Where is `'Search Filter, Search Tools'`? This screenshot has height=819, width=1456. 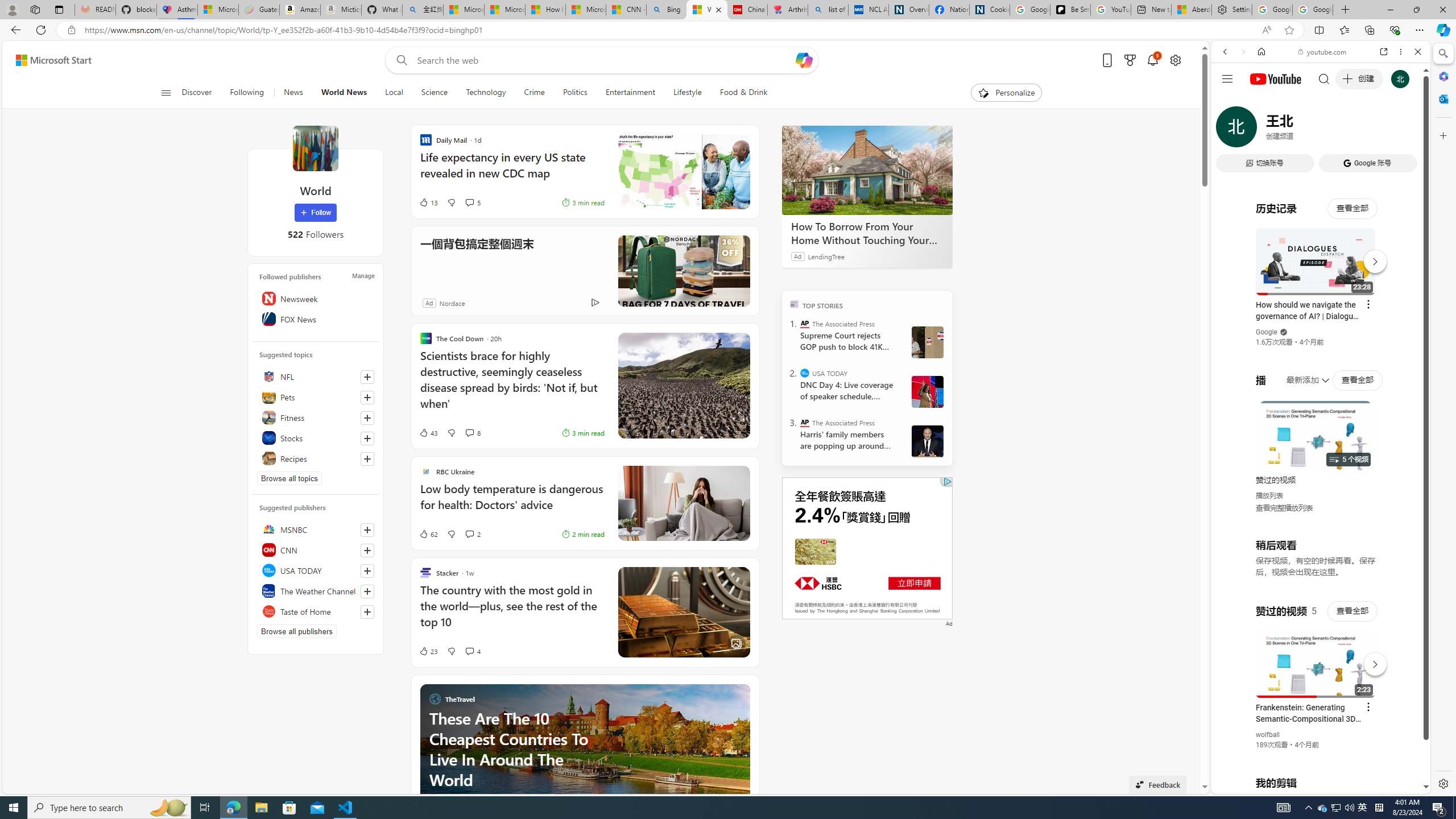
'Search Filter, Search Tools' is located at coordinates (1350, 129).